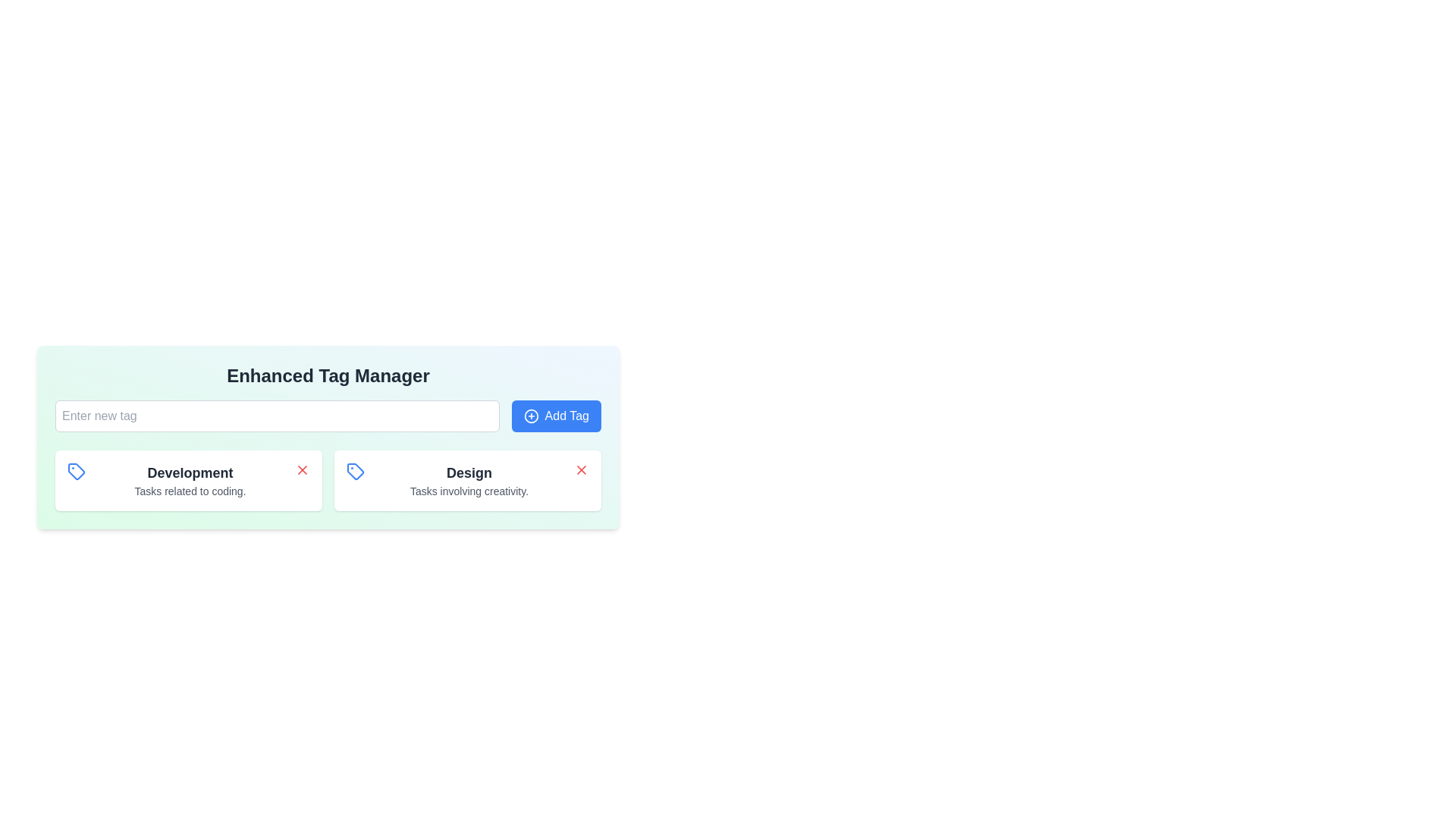 The width and height of the screenshot is (1456, 819). I want to click on information from the labeled category card displaying 'Design' which is the second card in a horizontal arrangement, next to the 'Development' card and featuring a blue tag icon, so click(469, 480).